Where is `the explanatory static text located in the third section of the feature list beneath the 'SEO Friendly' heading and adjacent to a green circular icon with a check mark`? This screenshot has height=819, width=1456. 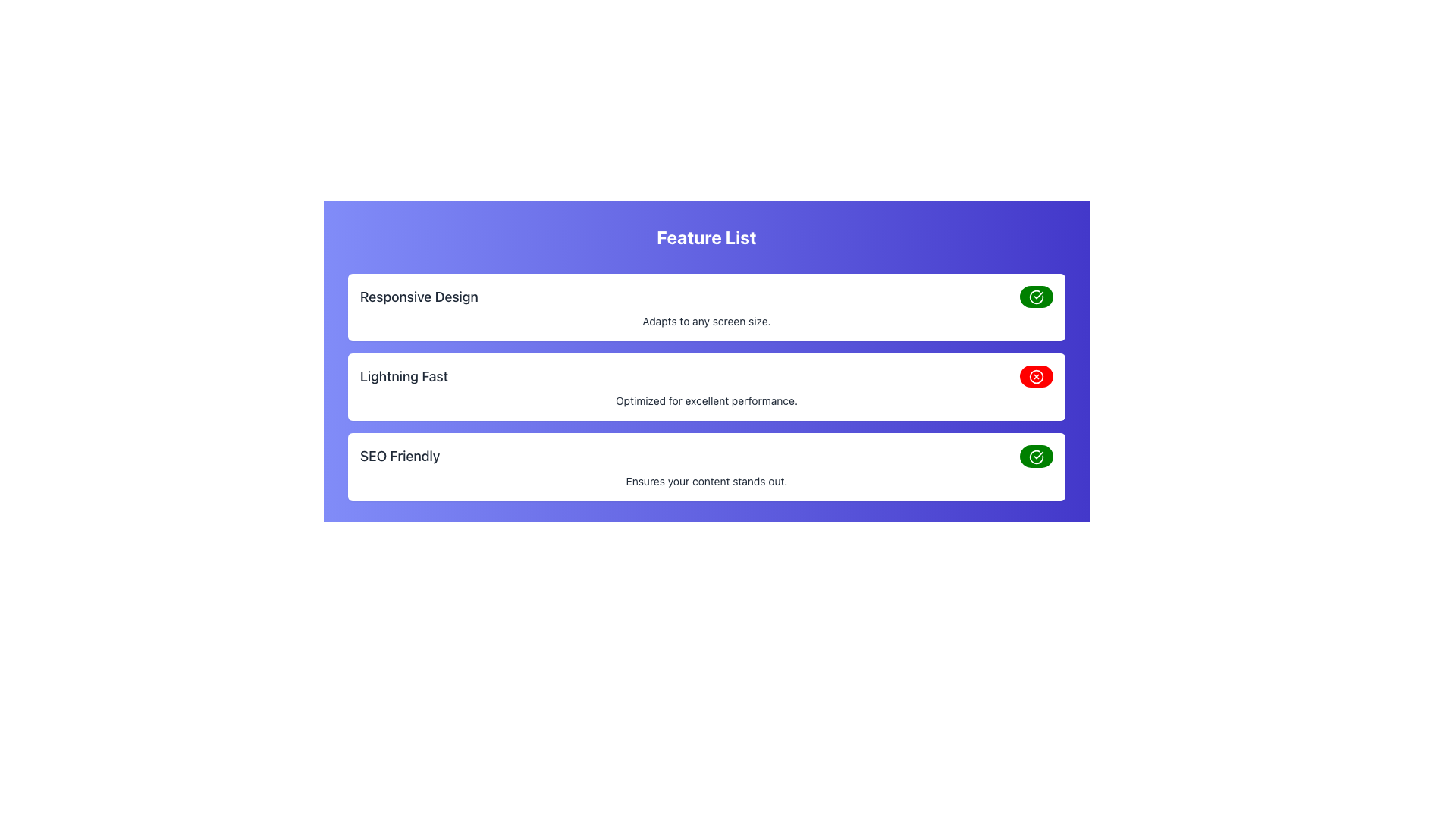 the explanatory static text located in the third section of the feature list beneath the 'SEO Friendly' heading and adjacent to a green circular icon with a check mark is located at coordinates (705, 480).